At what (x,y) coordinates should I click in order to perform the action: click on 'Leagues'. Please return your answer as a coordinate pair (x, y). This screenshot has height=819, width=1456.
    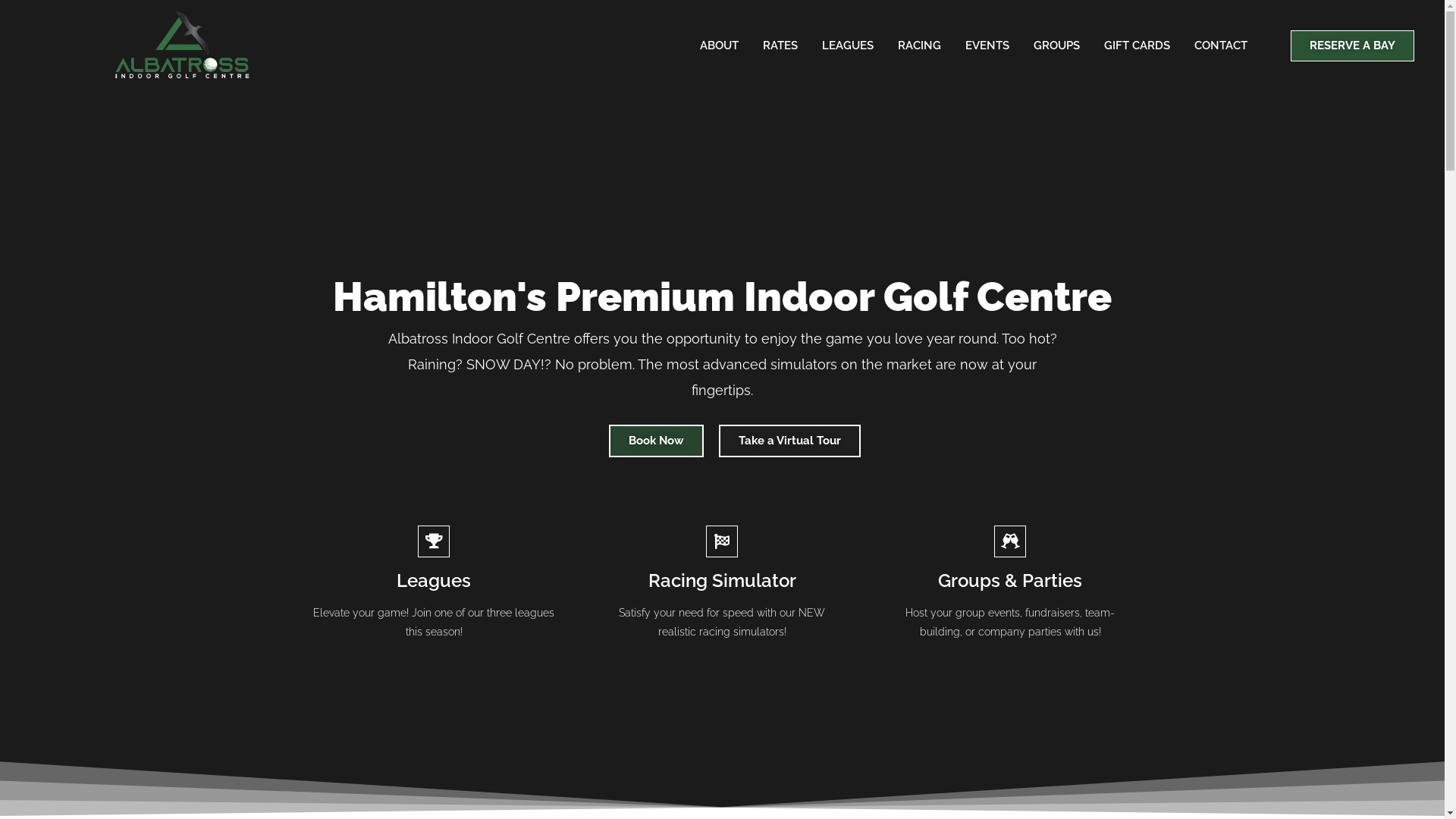
    Looking at the image, I should click on (432, 580).